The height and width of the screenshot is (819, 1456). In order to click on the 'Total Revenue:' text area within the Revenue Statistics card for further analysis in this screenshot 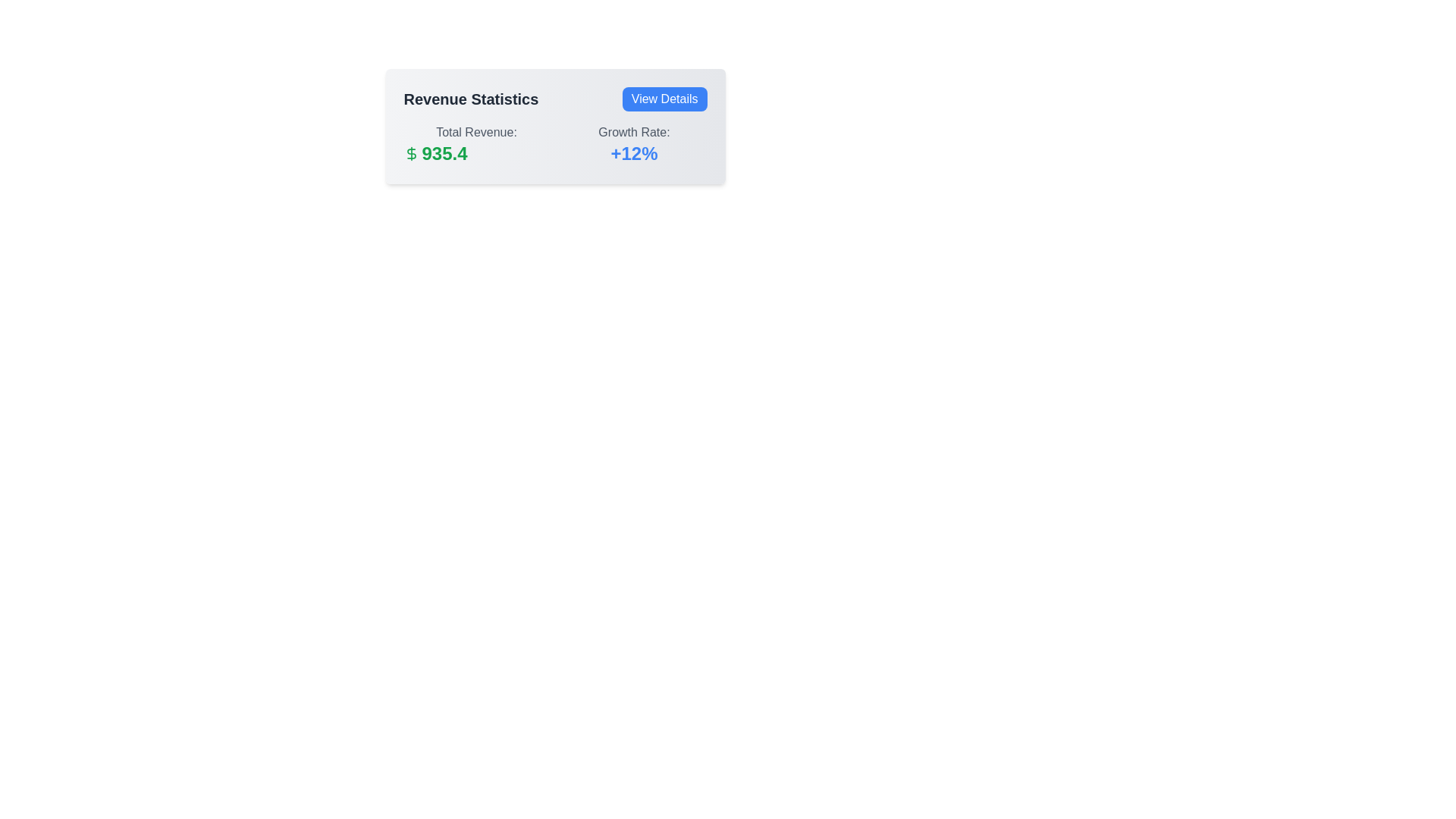, I will do `click(554, 125)`.